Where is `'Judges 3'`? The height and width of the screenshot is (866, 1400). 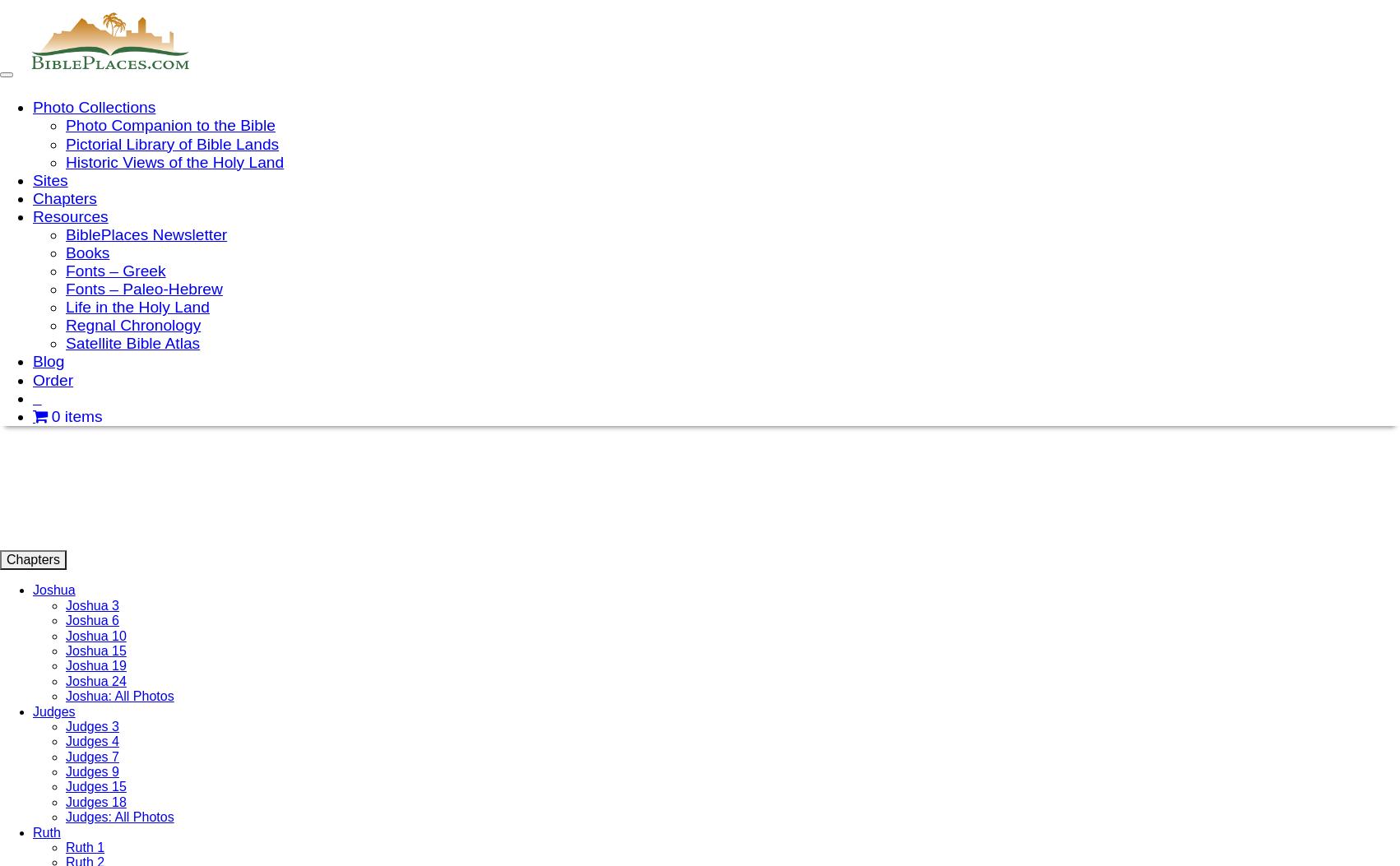
'Judges 3' is located at coordinates (91, 725).